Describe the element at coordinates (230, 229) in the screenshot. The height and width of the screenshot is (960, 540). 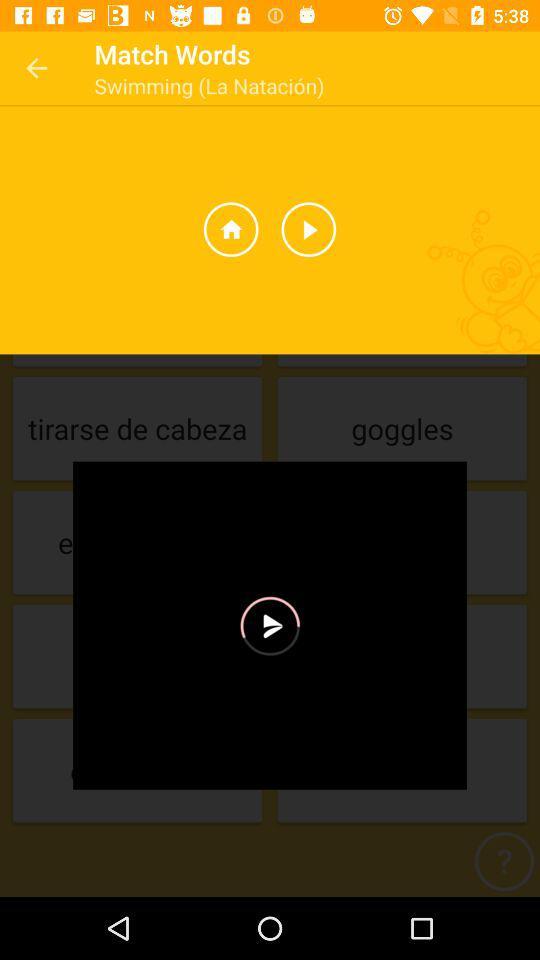
I see `the home icon` at that location.